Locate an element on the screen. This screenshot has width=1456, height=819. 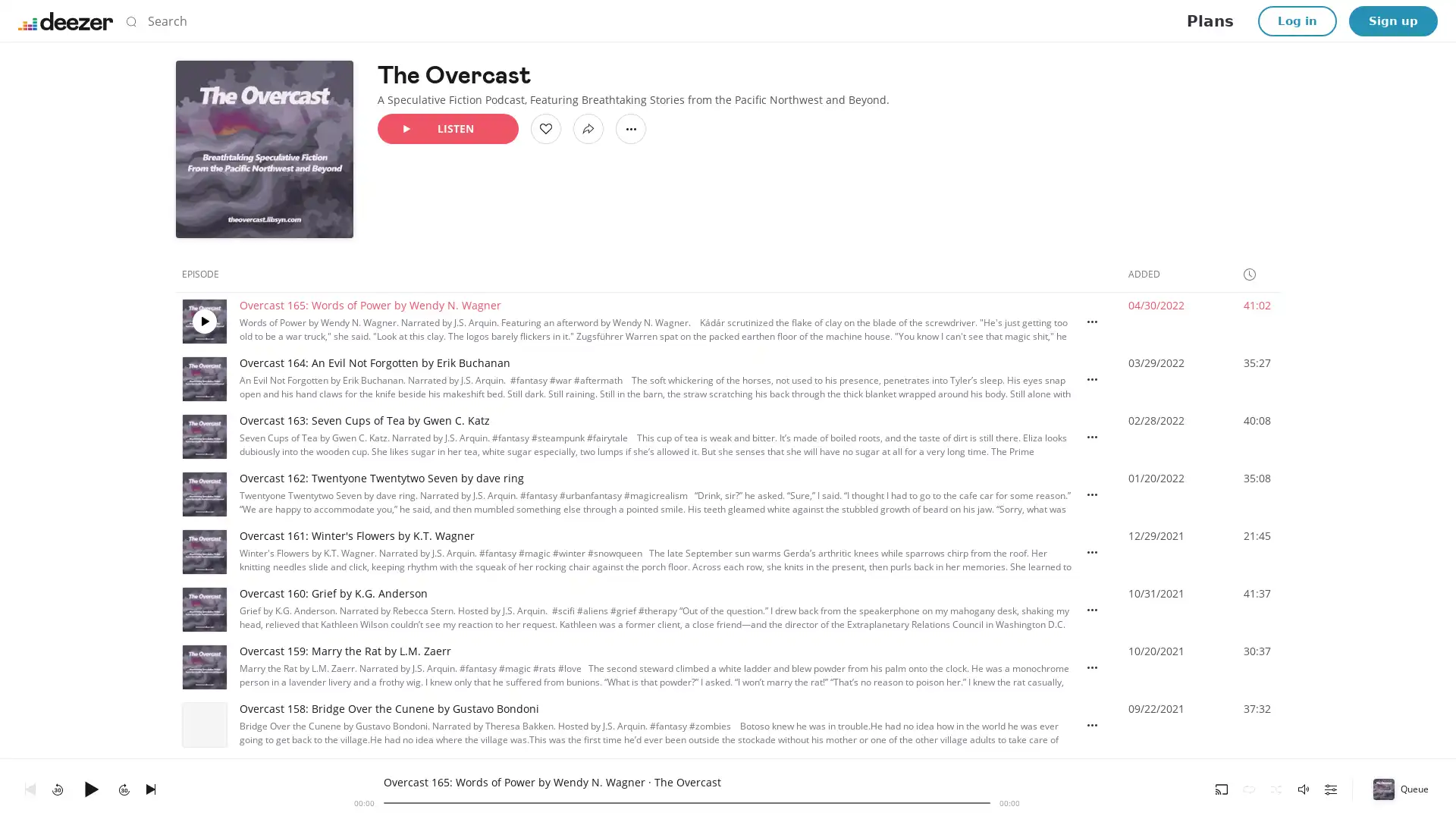
Play Overcast 164: An Evil Not Forgotten by Erik Buchanan by The Overcast is located at coordinates (203, 378).